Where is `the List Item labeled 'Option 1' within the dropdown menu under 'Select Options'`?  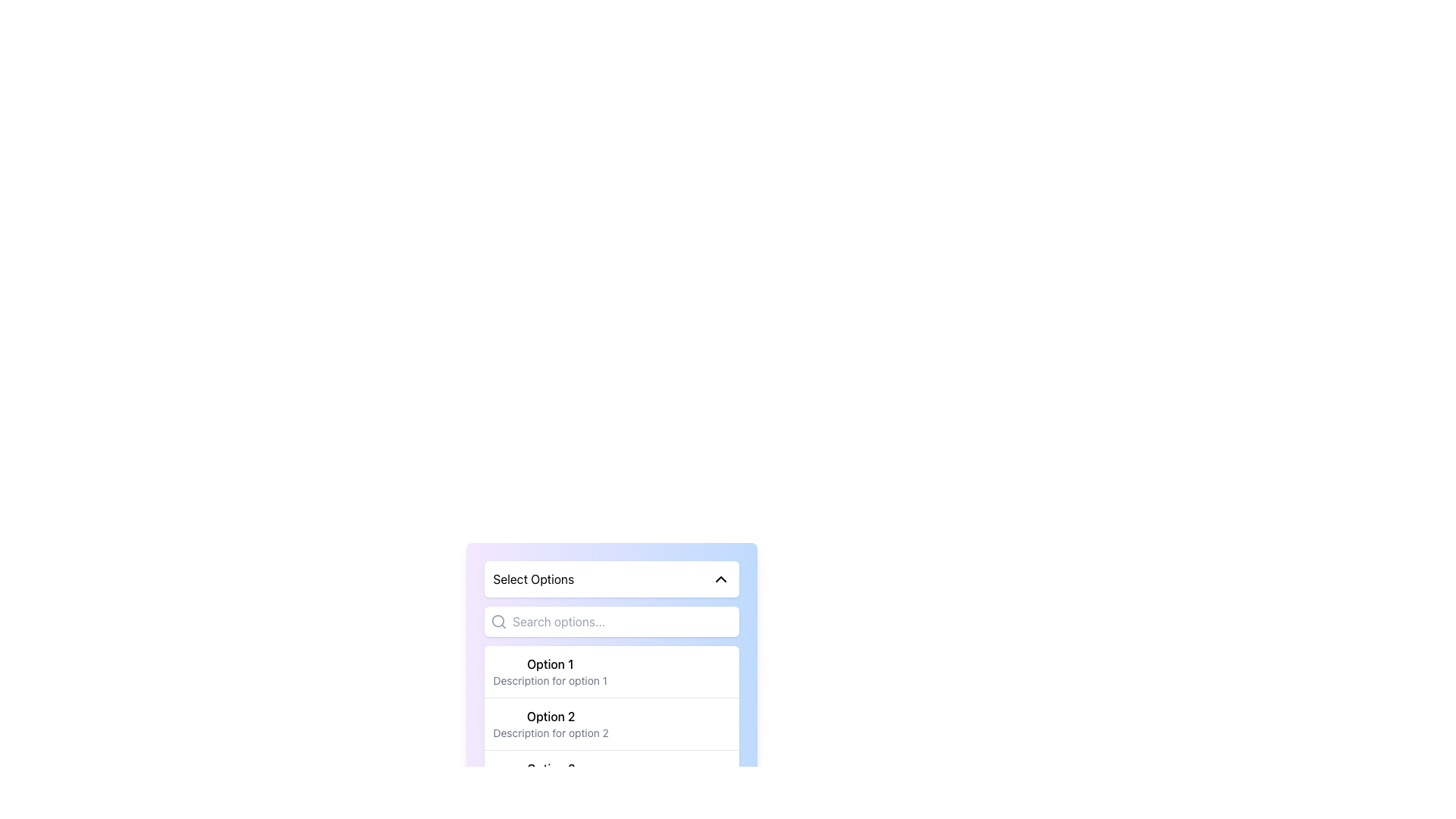
the List Item labeled 'Option 1' within the dropdown menu under 'Select Options' is located at coordinates (549, 671).